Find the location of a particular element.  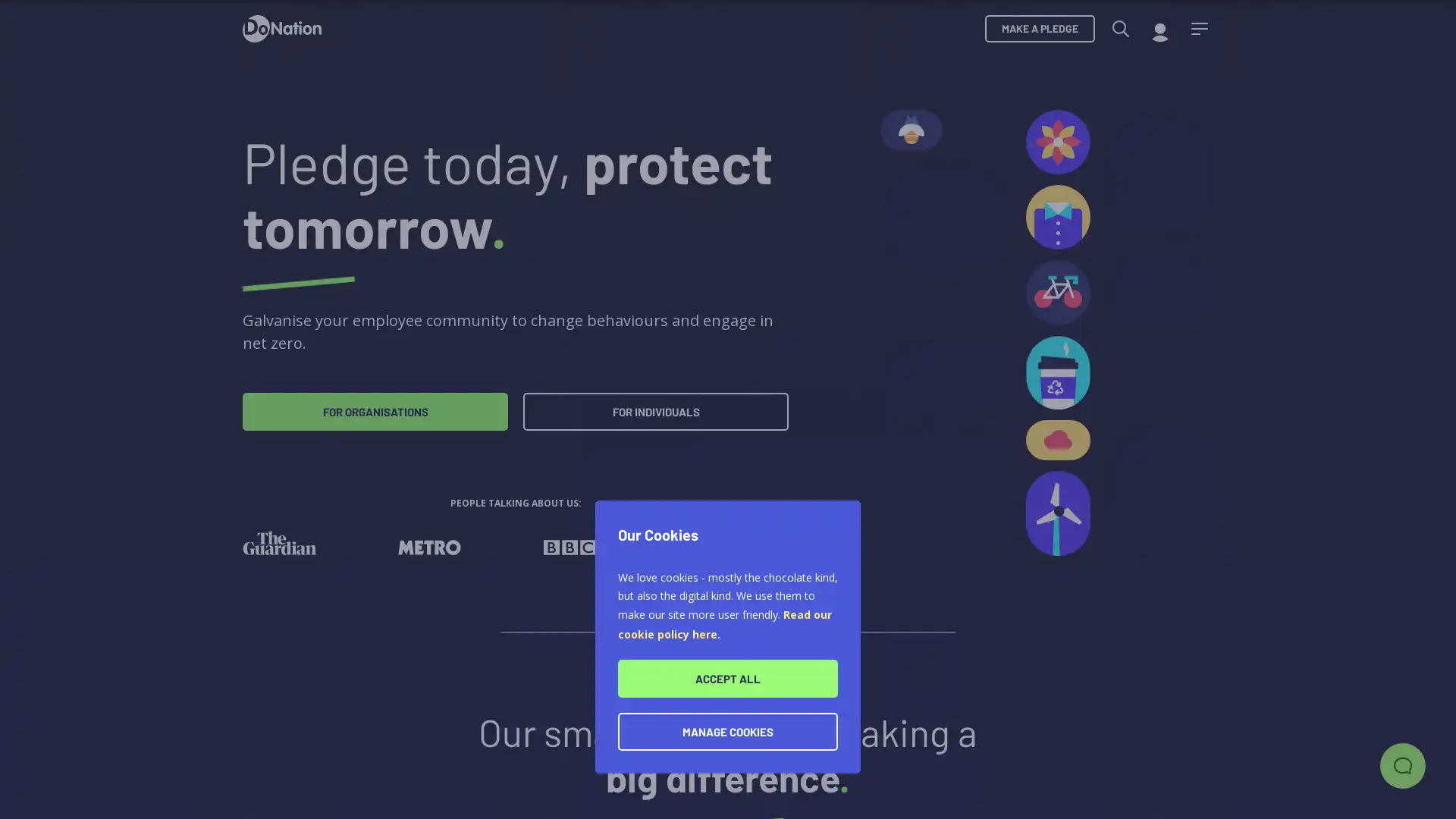

MANAGE COOKIES is located at coordinates (728, 730).